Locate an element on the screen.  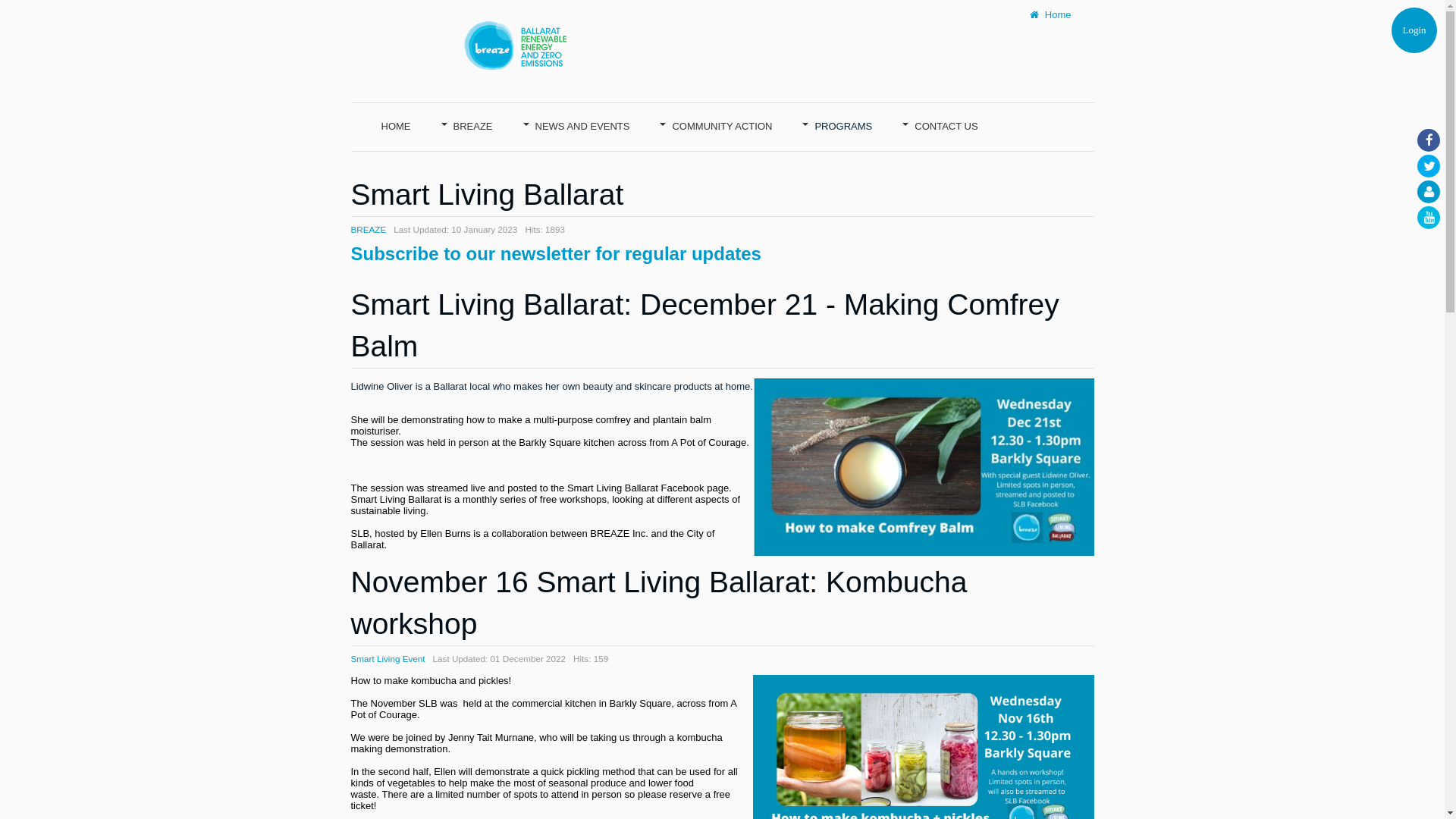
'Home' is located at coordinates (1050, 14).